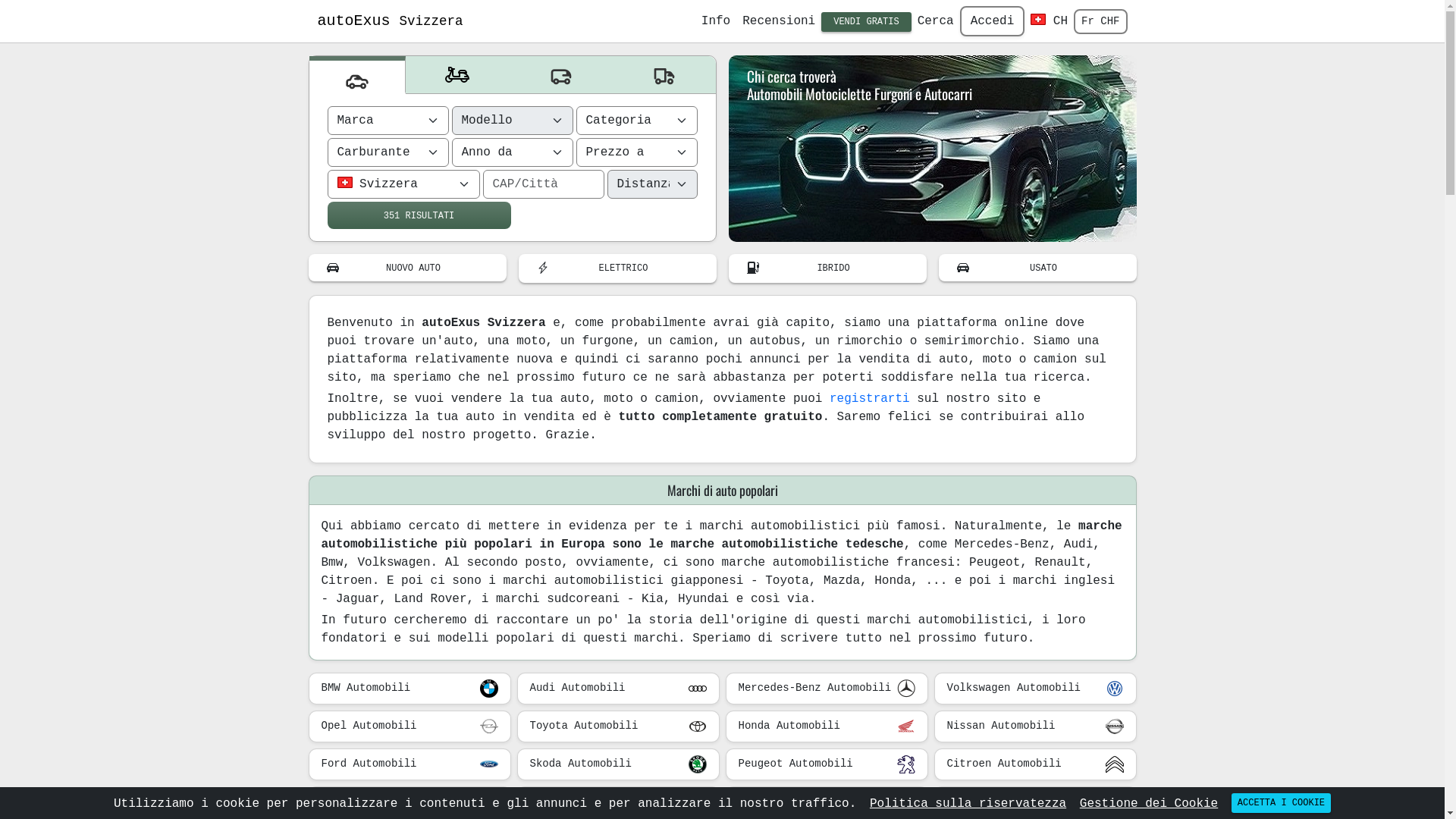 The width and height of the screenshot is (1456, 819). Describe the element at coordinates (1100, 21) in the screenshot. I see `'Fr CHF'` at that location.